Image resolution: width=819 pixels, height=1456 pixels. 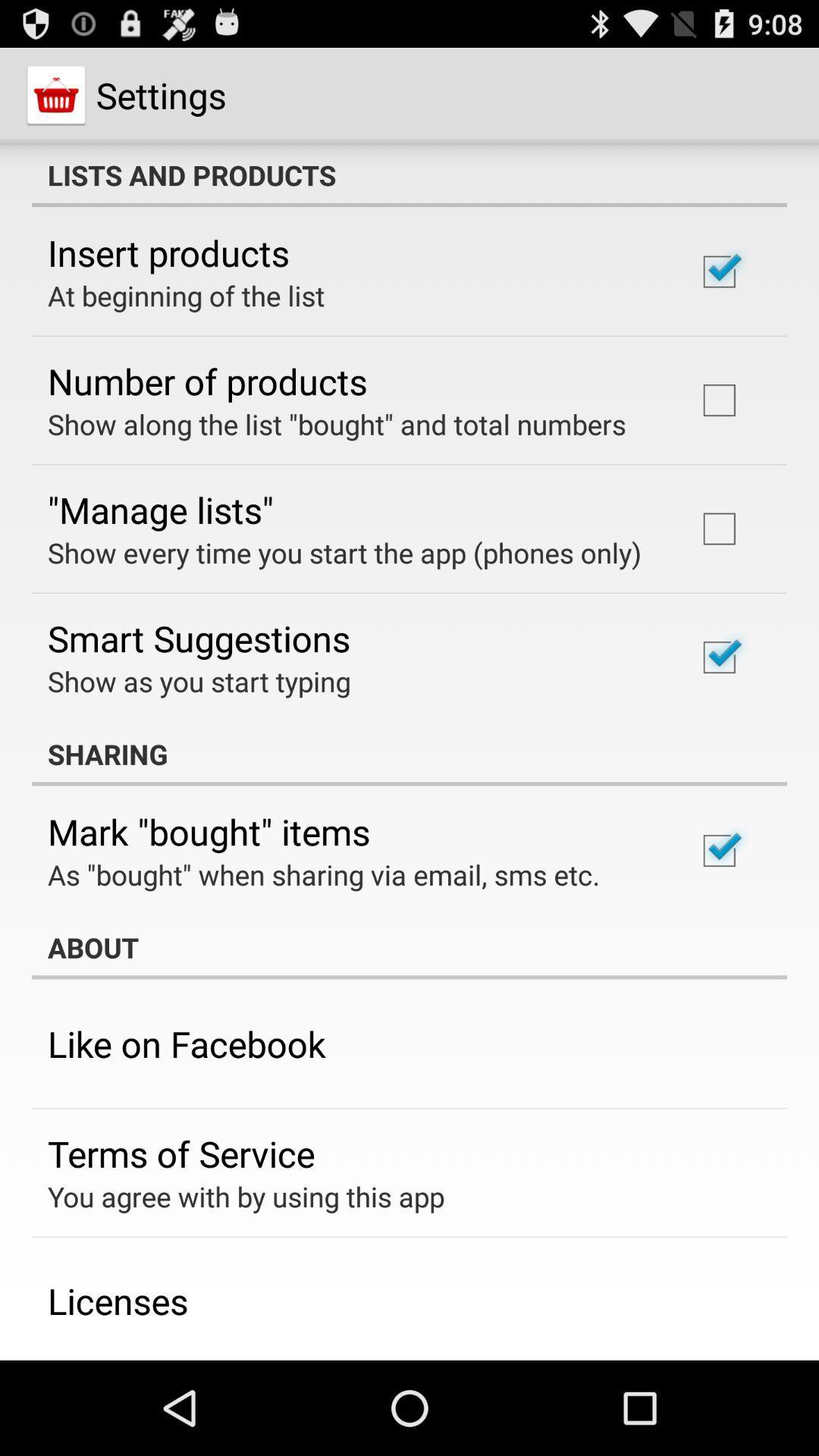 I want to click on you agree with item, so click(x=245, y=1196).